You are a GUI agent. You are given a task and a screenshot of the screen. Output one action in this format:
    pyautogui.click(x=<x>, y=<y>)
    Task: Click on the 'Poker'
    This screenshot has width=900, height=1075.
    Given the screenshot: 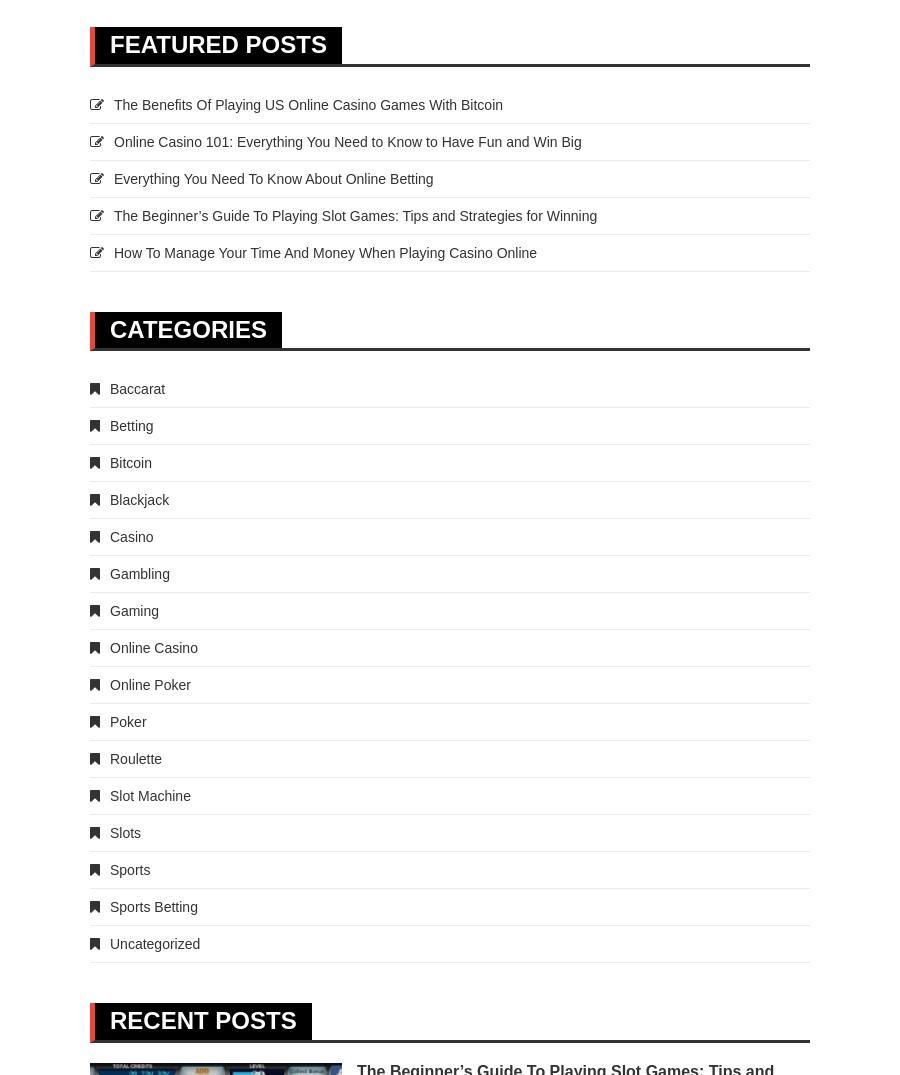 What is the action you would take?
    pyautogui.click(x=127, y=720)
    